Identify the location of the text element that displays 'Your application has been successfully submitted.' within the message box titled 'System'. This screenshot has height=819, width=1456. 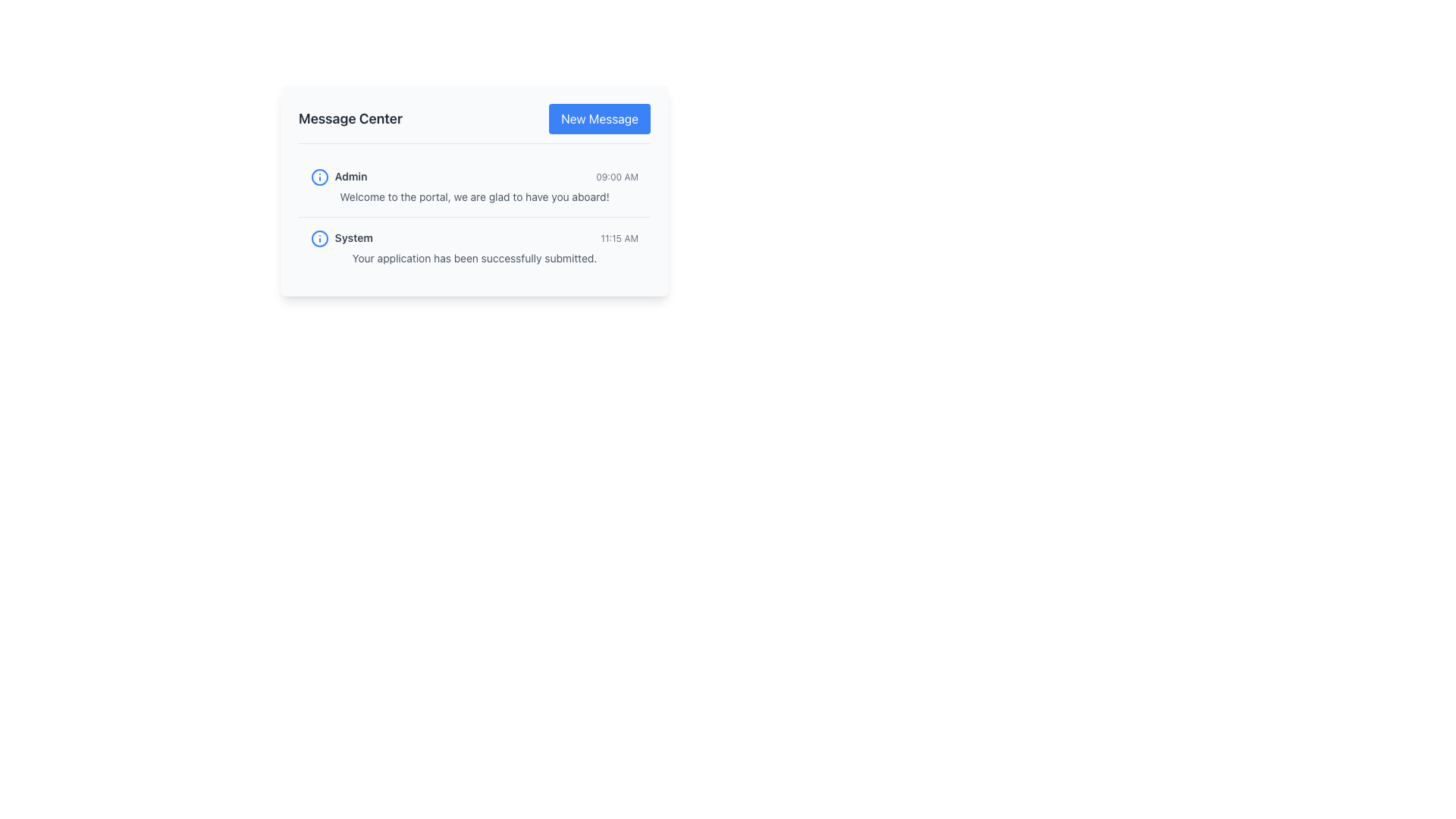
(473, 257).